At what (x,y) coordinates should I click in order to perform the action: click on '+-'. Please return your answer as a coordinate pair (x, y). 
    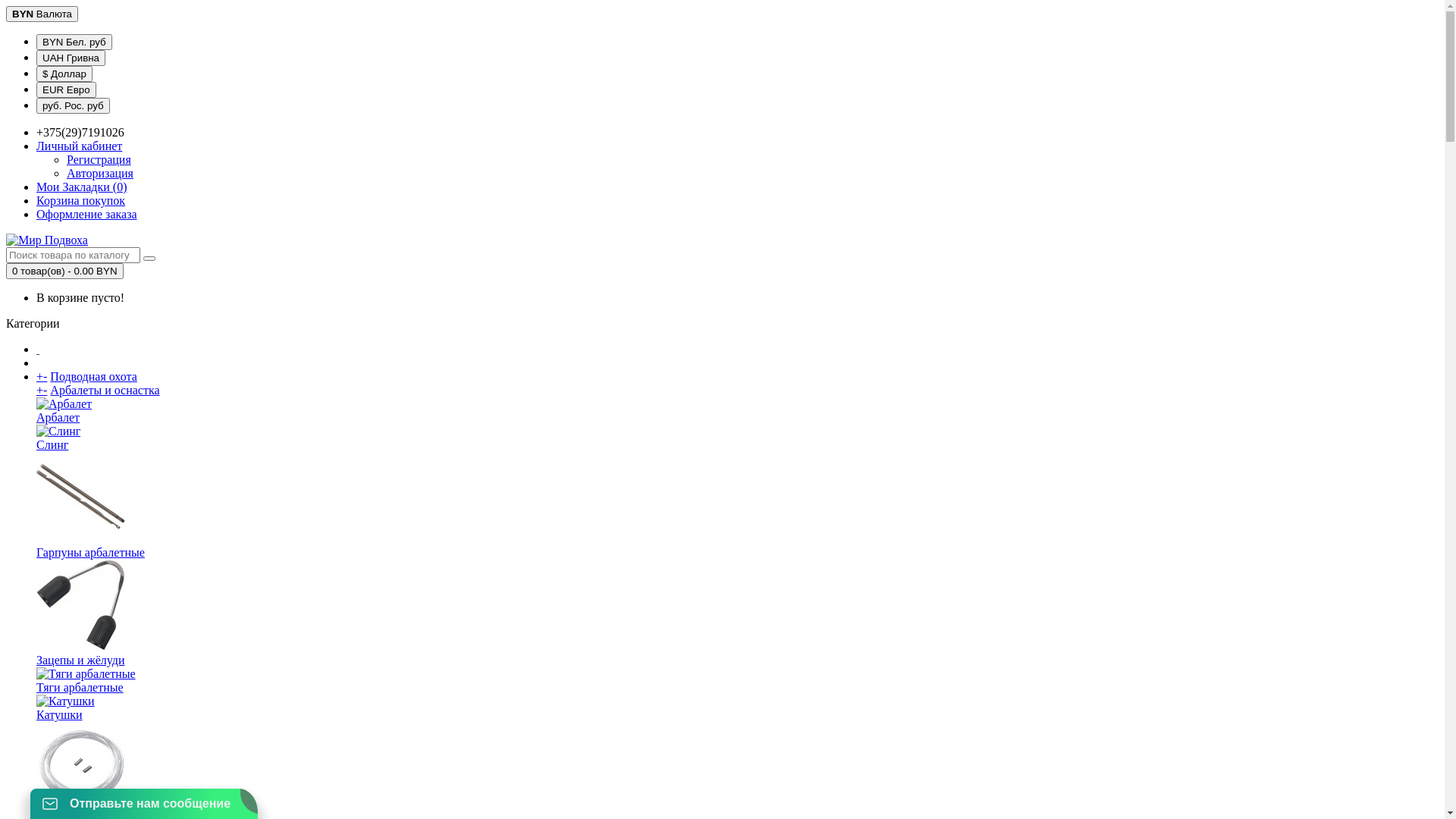
    Looking at the image, I should click on (41, 375).